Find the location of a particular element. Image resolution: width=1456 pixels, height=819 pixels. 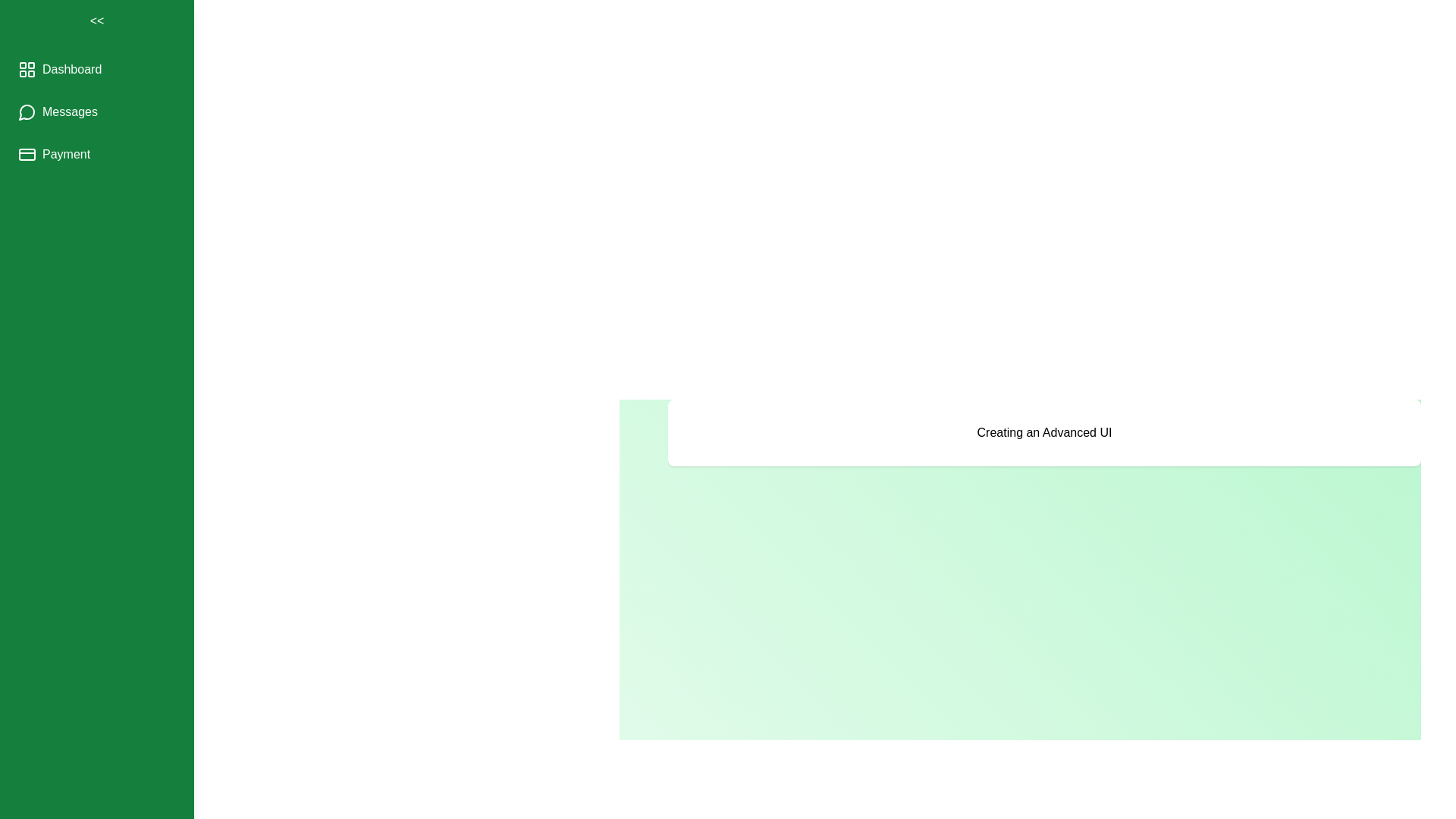

the circular message icon outlined in white against a green background, which is positioned to the left of the 'Messages' label in the vertical navigation panel is located at coordinates (27, 111).